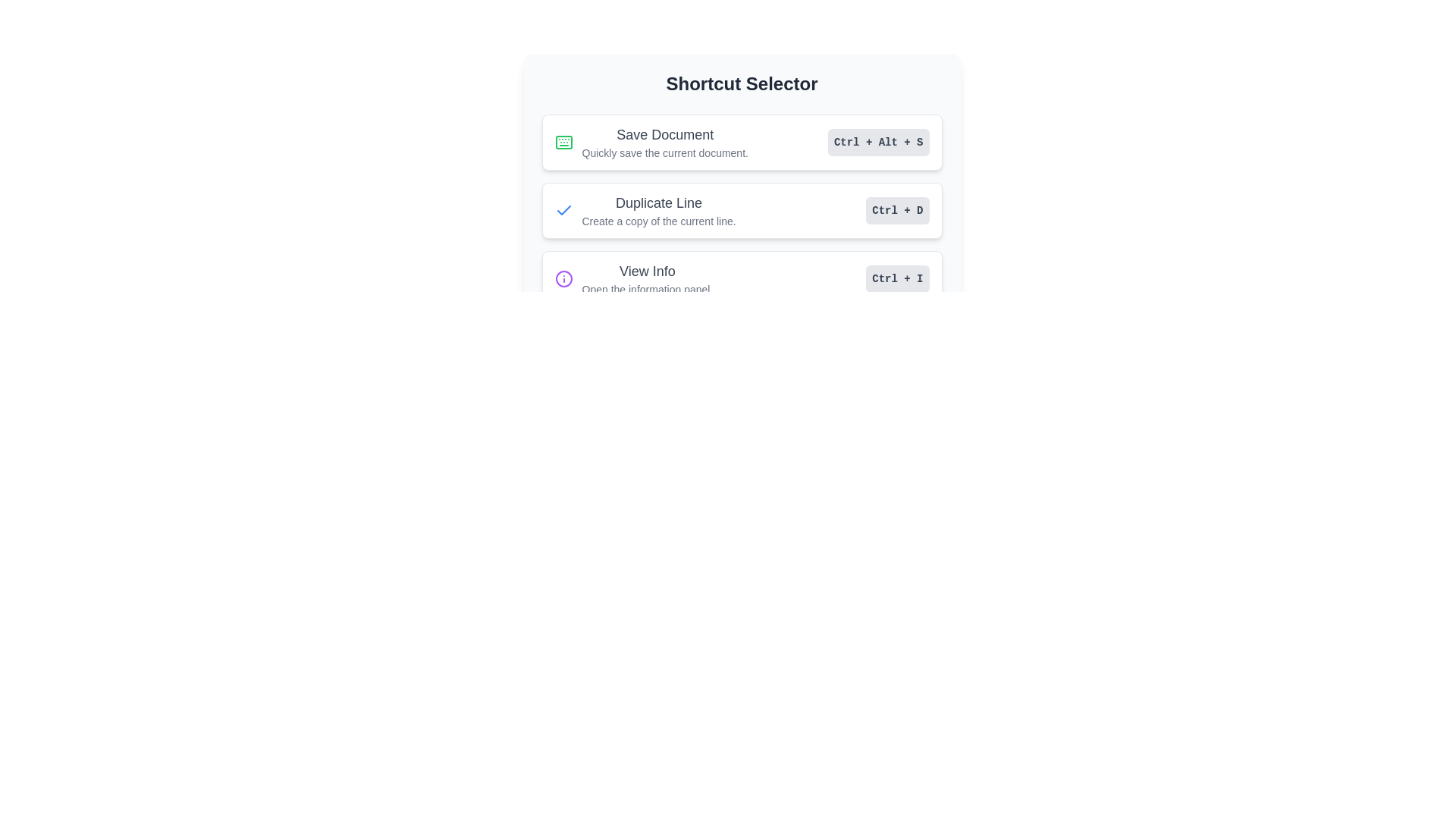  I want to click on the second line of text in the 'Duplicate Line' list item, which describes the functionality of this option, so click(658, 221).